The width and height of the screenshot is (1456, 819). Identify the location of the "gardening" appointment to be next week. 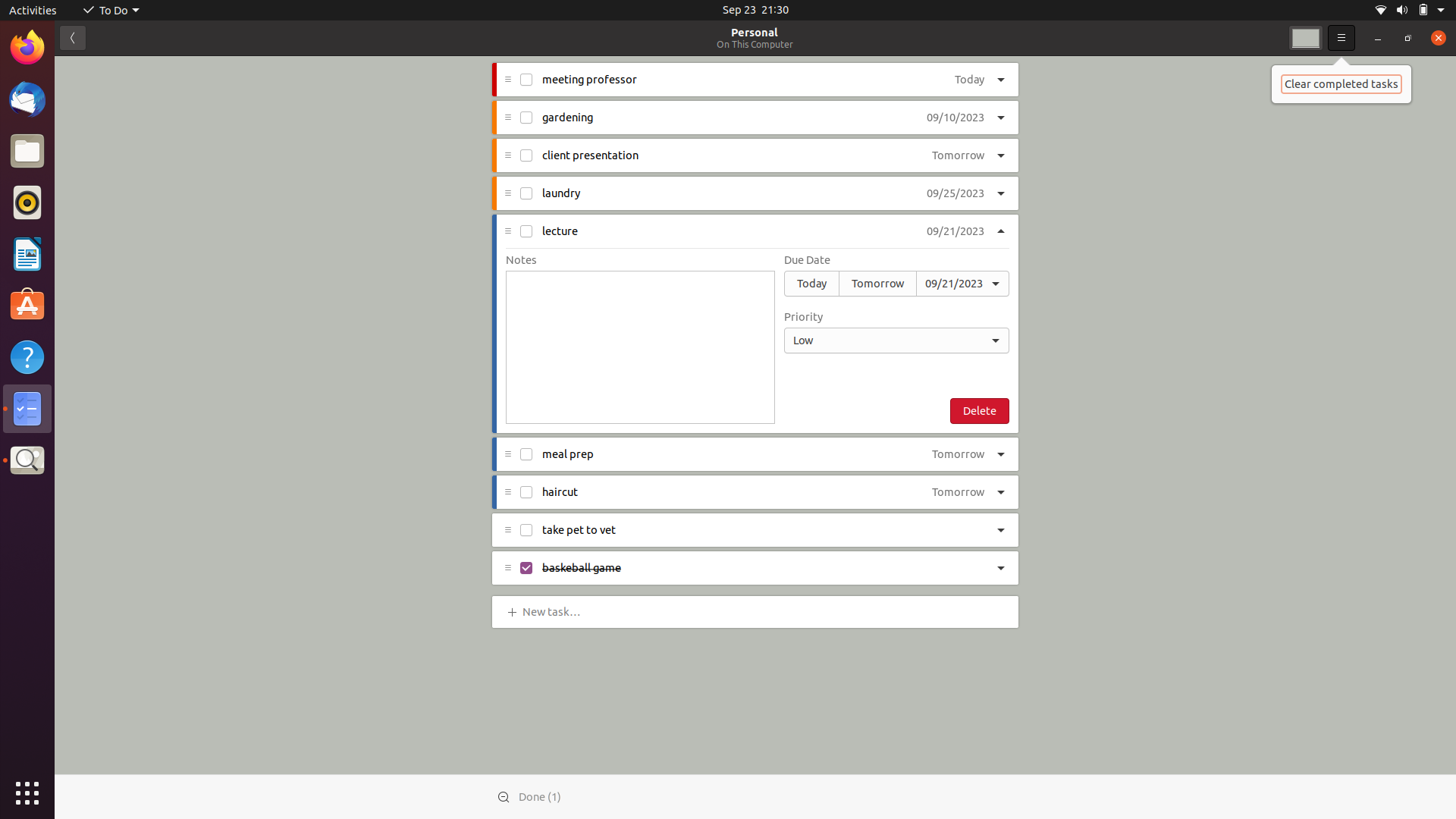
(954, 118).